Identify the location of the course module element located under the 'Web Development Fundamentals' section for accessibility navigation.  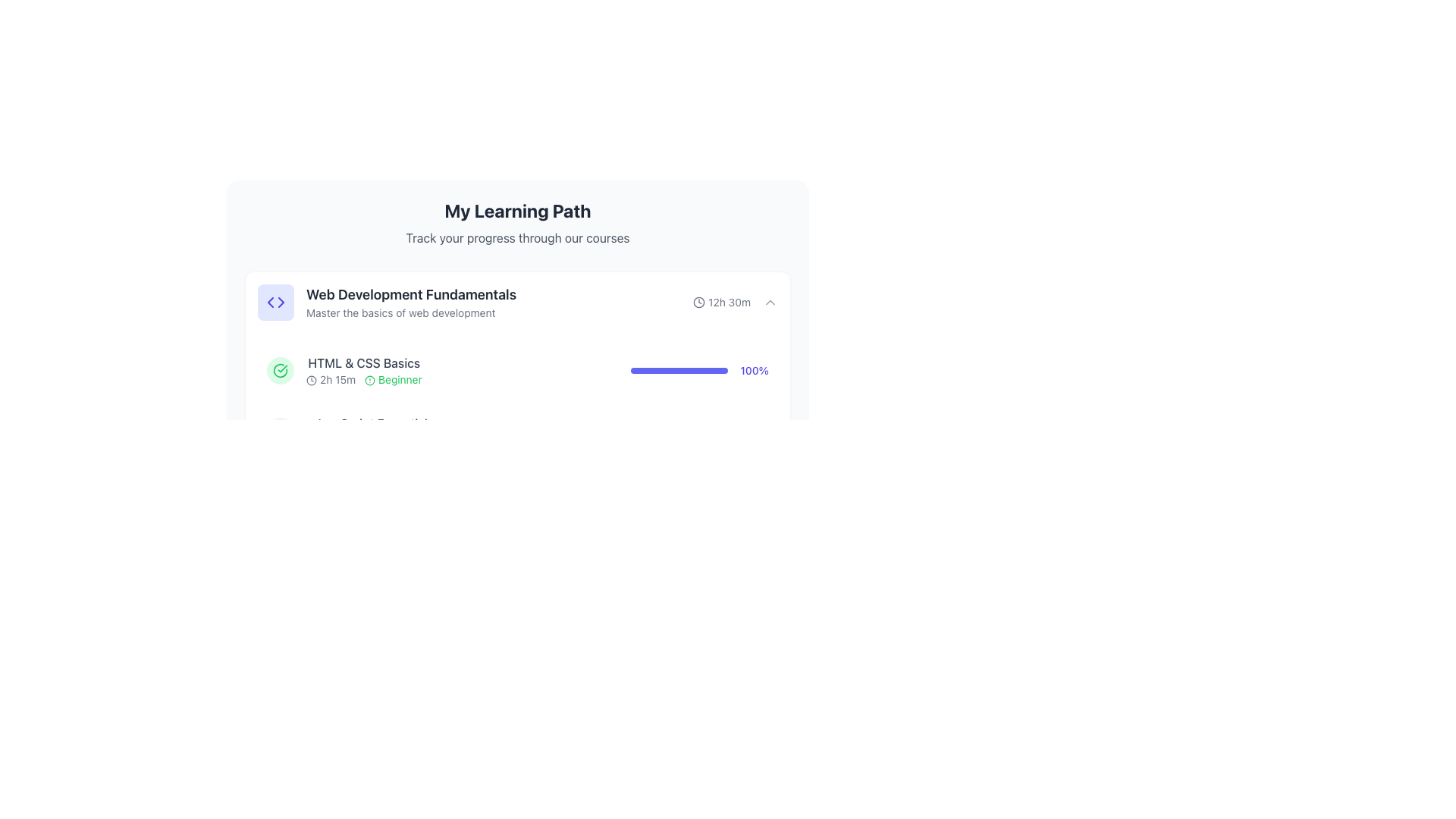
(364, 371).